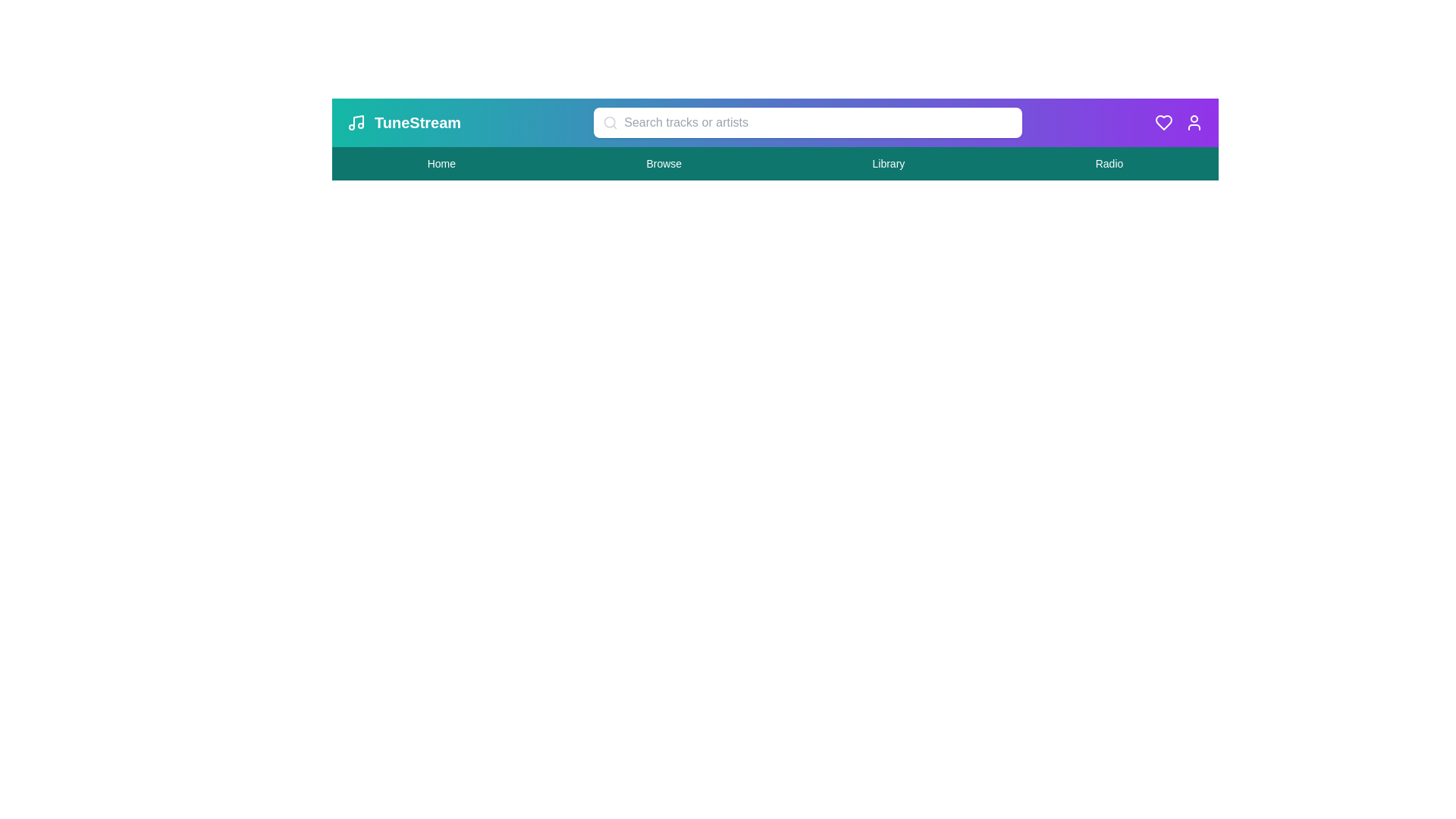 The image size is (1456, 819). I want to click on the 'Home' navigation link, so click(440, 164).